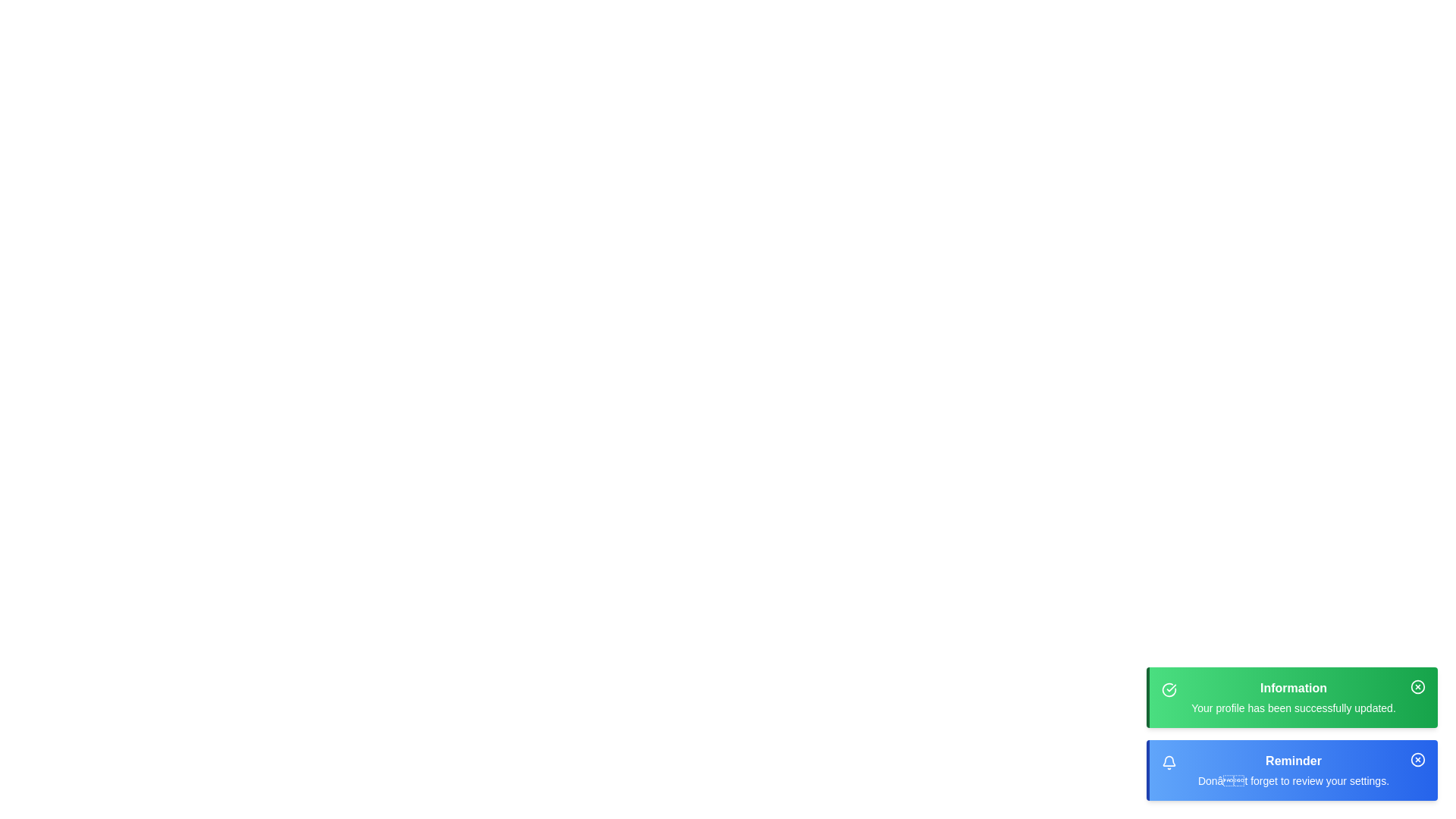 This screenshot has width=1456, height=819. What do you see at coordinates (1292, 698) in the screenshot?
I see `information from the informational notification box that has a green gradient background, bold 'Information' title, and text stating 'Your profile has been successfully updated.'` at bounding box center [1292, 698].